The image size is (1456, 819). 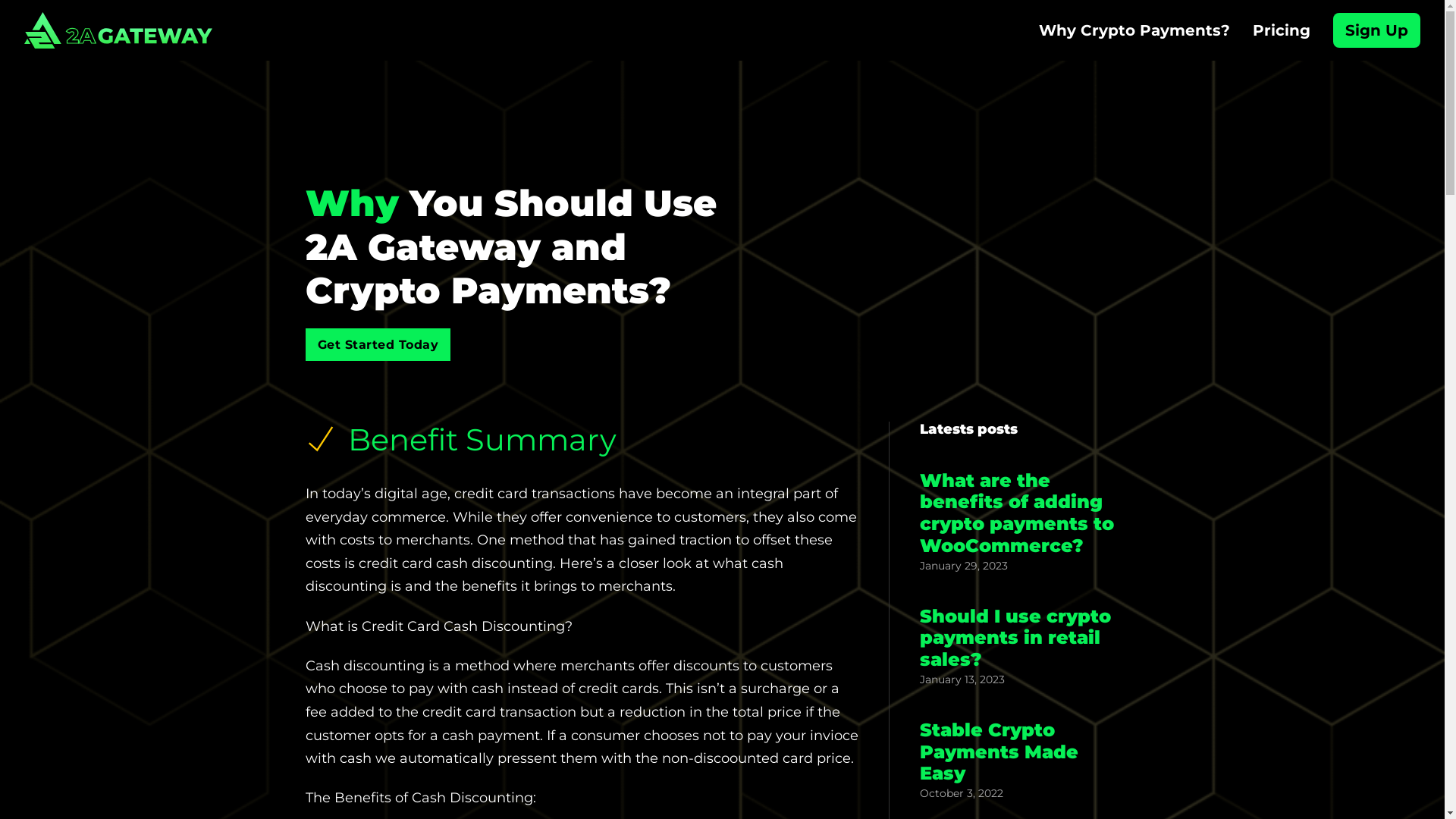 What do you see at coordinates (1376, 30) in the screenshot?
I see `'Sign Up'` at bounding box center [1376, 30].